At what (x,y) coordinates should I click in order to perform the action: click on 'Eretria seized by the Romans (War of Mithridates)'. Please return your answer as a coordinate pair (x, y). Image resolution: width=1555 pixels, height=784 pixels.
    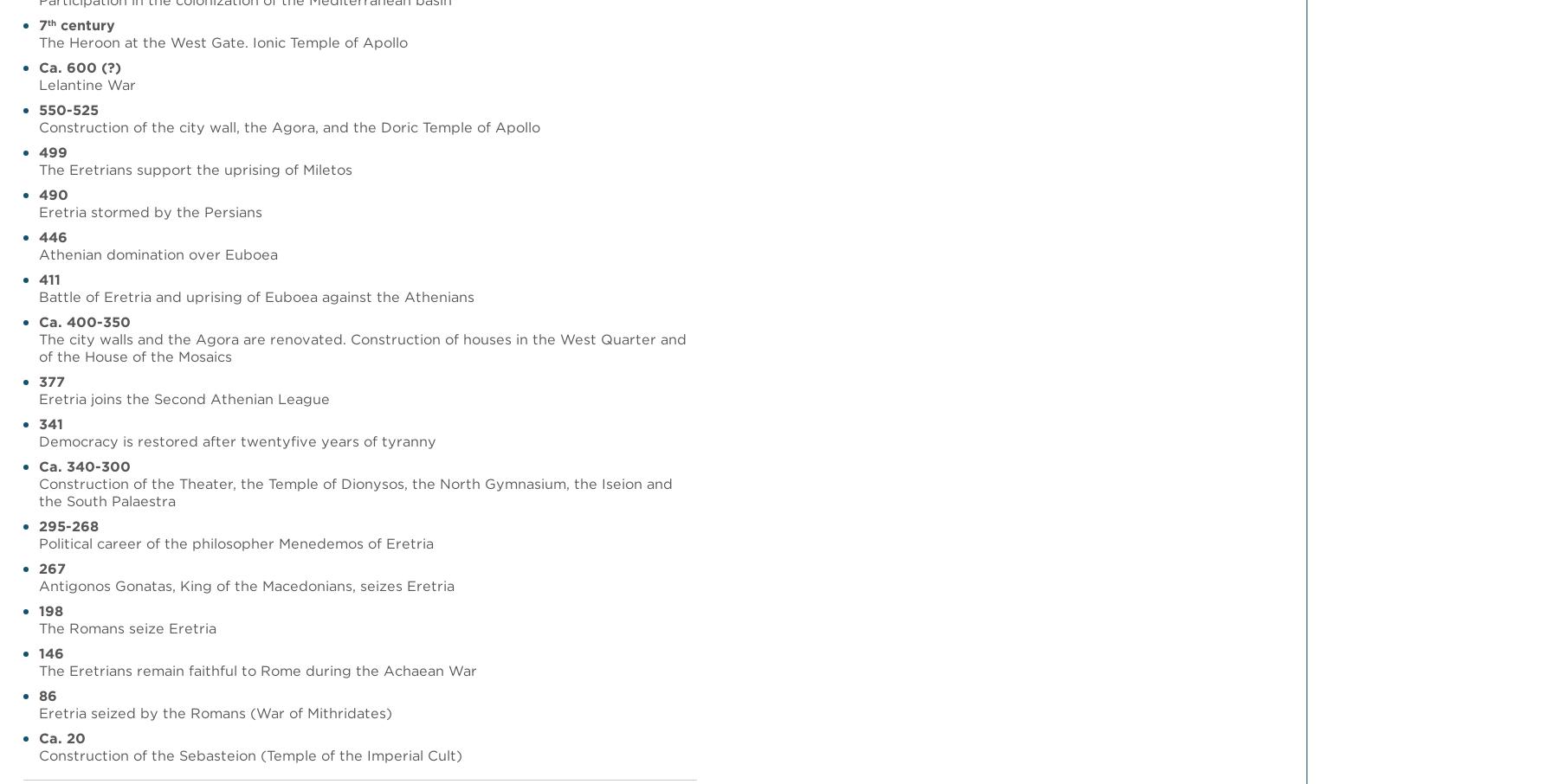
    Looking at the image, I should click on (215, 712).